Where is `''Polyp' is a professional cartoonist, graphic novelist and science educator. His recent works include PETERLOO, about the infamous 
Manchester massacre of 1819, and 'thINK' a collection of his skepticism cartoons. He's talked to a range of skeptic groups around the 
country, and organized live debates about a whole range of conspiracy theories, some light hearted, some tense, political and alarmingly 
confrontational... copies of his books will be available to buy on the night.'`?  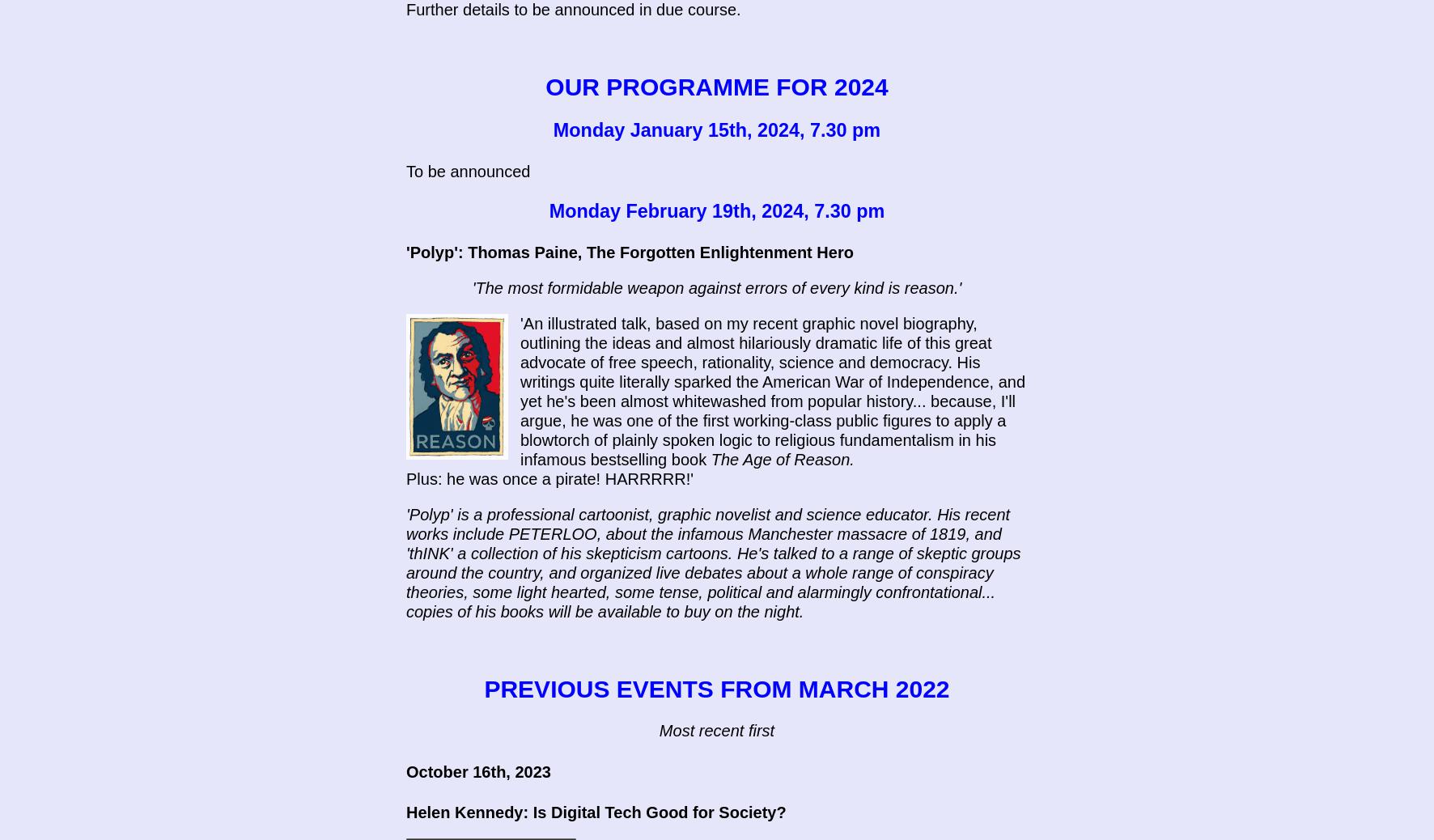
''Polyp' is a professional cartoonist, graphic novelist and science educator. His recent works include PETERLOO, about the infamous 
Manchester massacre of 1819, and 'thINK' a collection of his skepticism cartoons. He's talked to a range of skeptic groups around the 
country, and organized live debates about a whole range of conspiracy theories, some light hearted, some tense, political and alarmingly 
confrontational... copies of his books will be available to buy on the night.' is located at coordinates (713, 562).